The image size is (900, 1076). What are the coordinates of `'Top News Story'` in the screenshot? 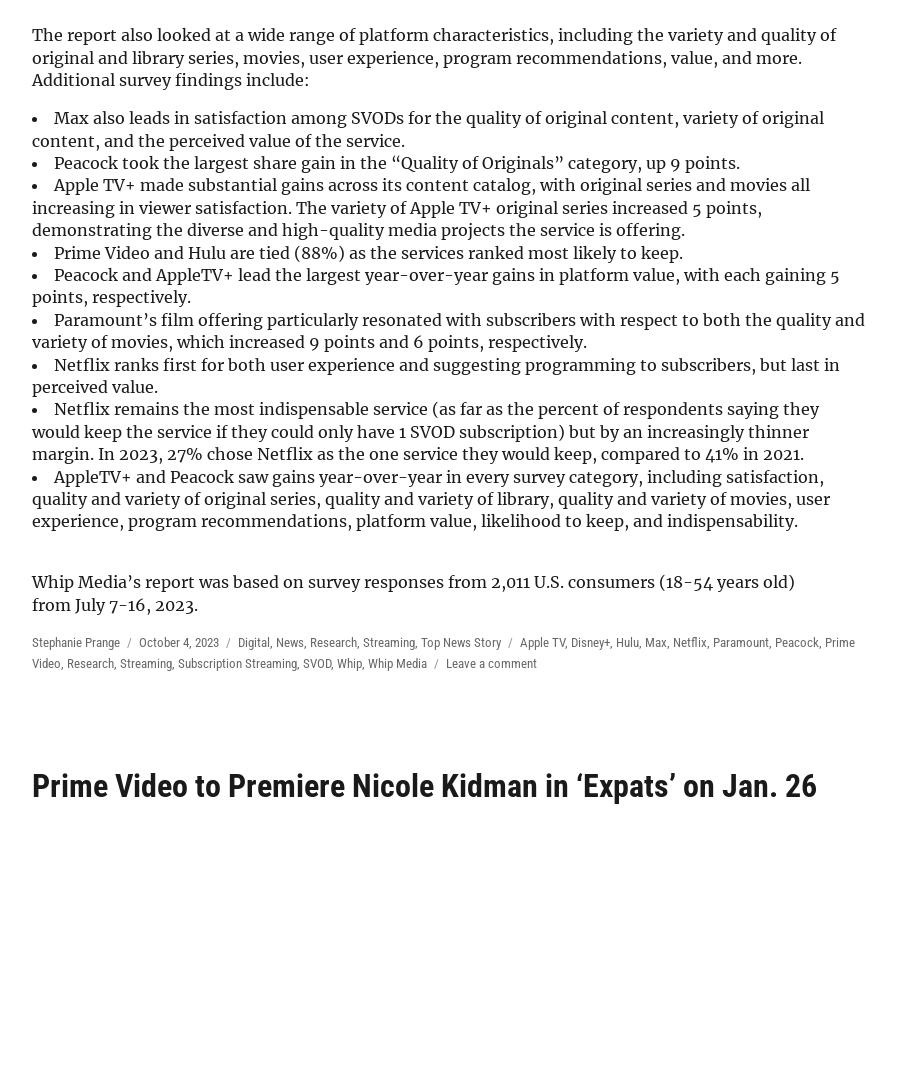 It's located at (459, 640).